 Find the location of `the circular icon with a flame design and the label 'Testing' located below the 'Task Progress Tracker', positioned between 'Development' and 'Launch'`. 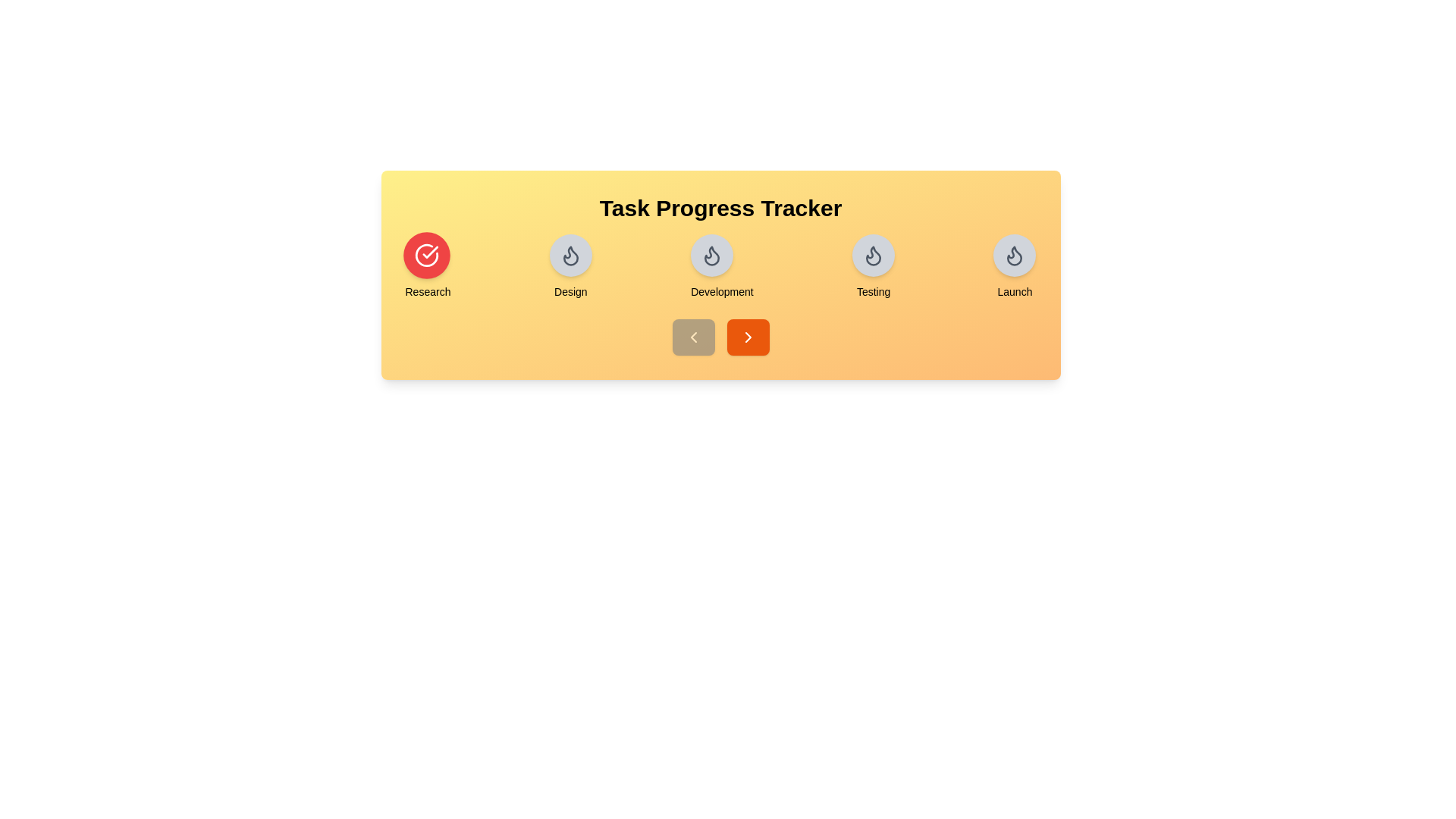

the circular icon with a flame design and the label 'Testing' located below the 'Task Progress Tracker', positioned between 'Development' and 'Launch' is located at coordinates (874, 267).